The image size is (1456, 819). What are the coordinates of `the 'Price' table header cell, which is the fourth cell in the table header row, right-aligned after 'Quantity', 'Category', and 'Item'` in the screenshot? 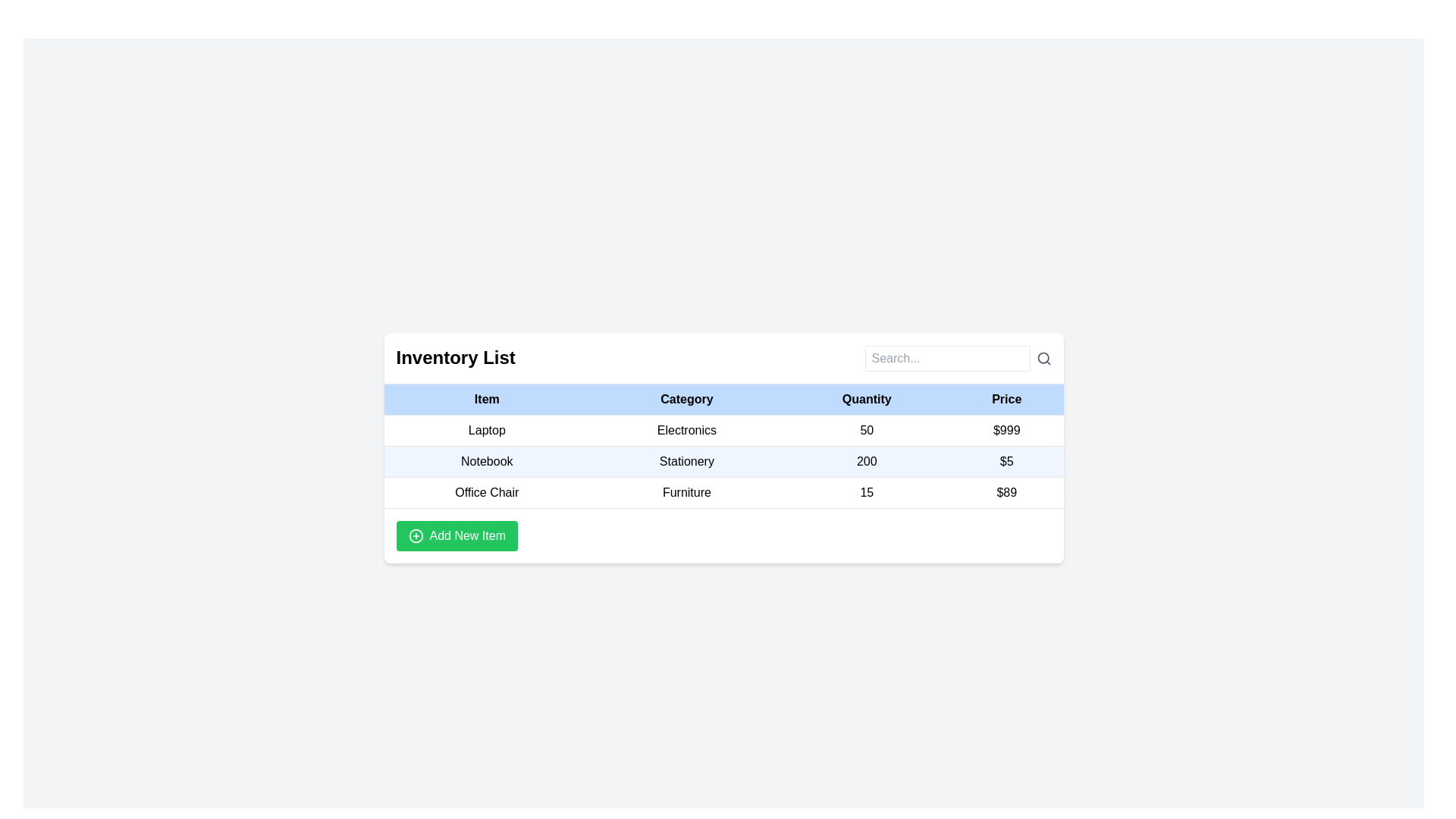 It's located at (1006, 398).